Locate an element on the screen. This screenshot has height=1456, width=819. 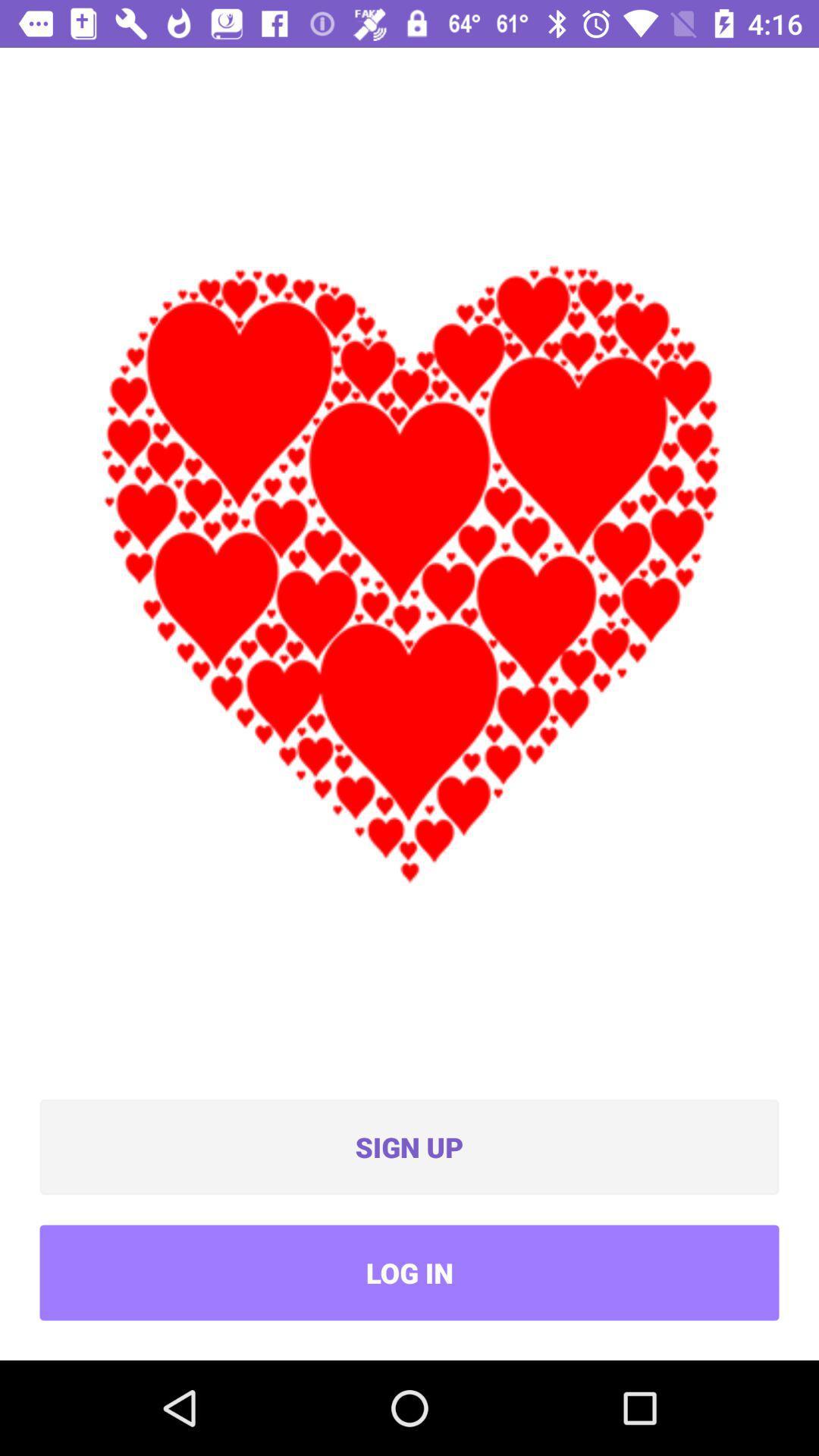
icon above the log in icon is located at coordinates (409, 1147).